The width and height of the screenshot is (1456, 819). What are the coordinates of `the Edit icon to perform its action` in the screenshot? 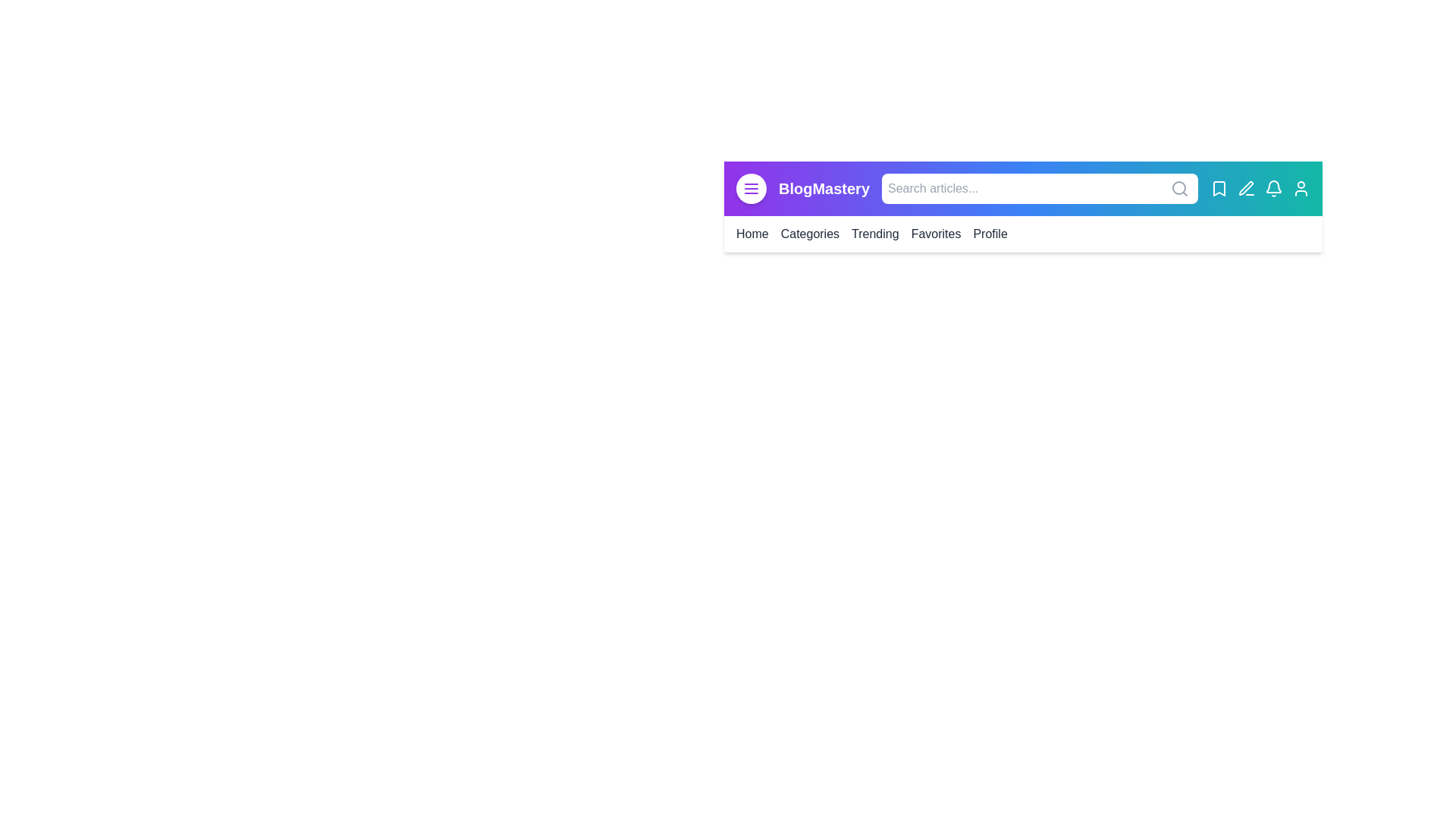 It's located at (1246, 188).